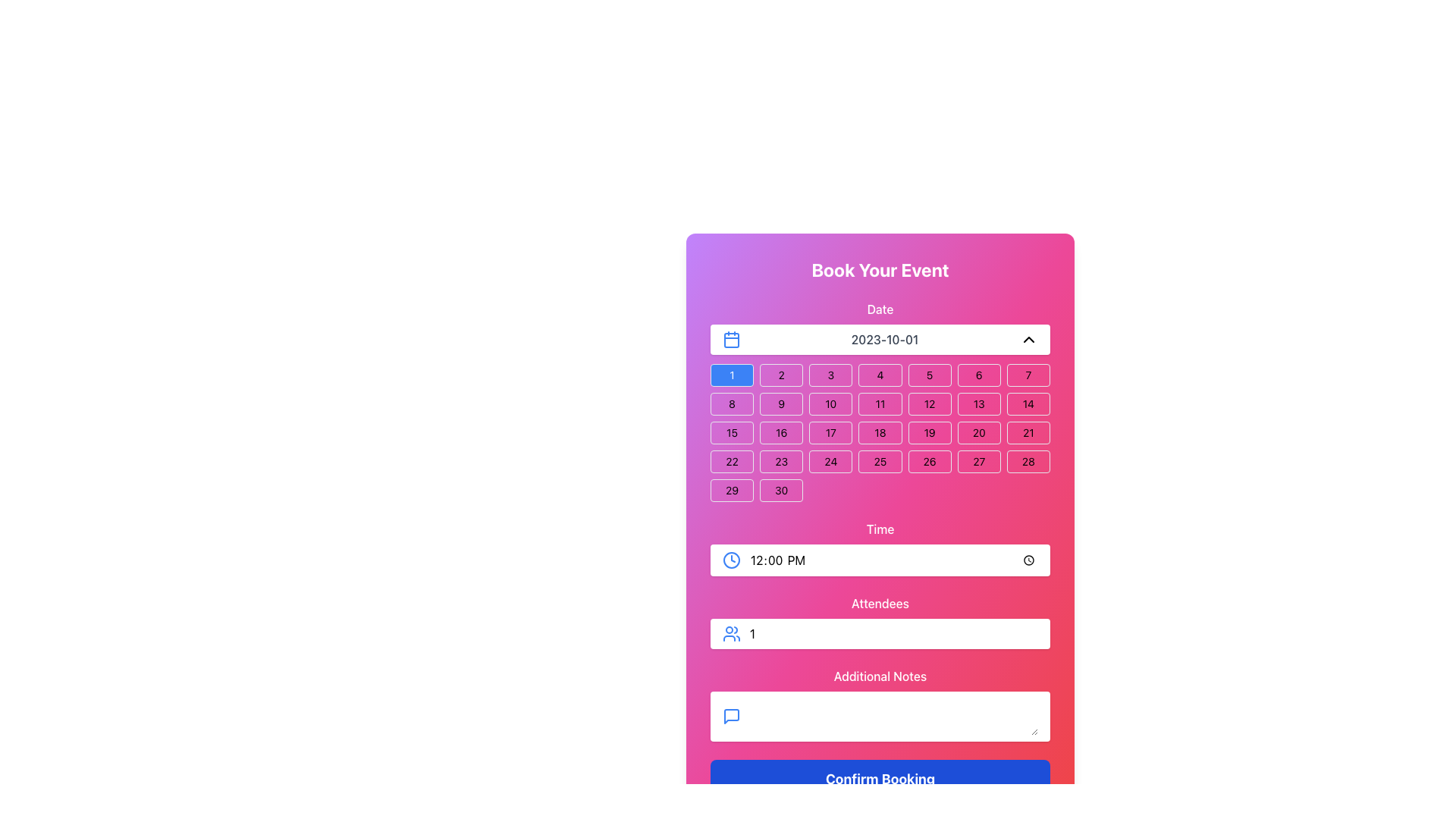 This screenshot has height=819, width=1456. I want to click on the button labeled '3' in the calendar view, so click(830, 375).